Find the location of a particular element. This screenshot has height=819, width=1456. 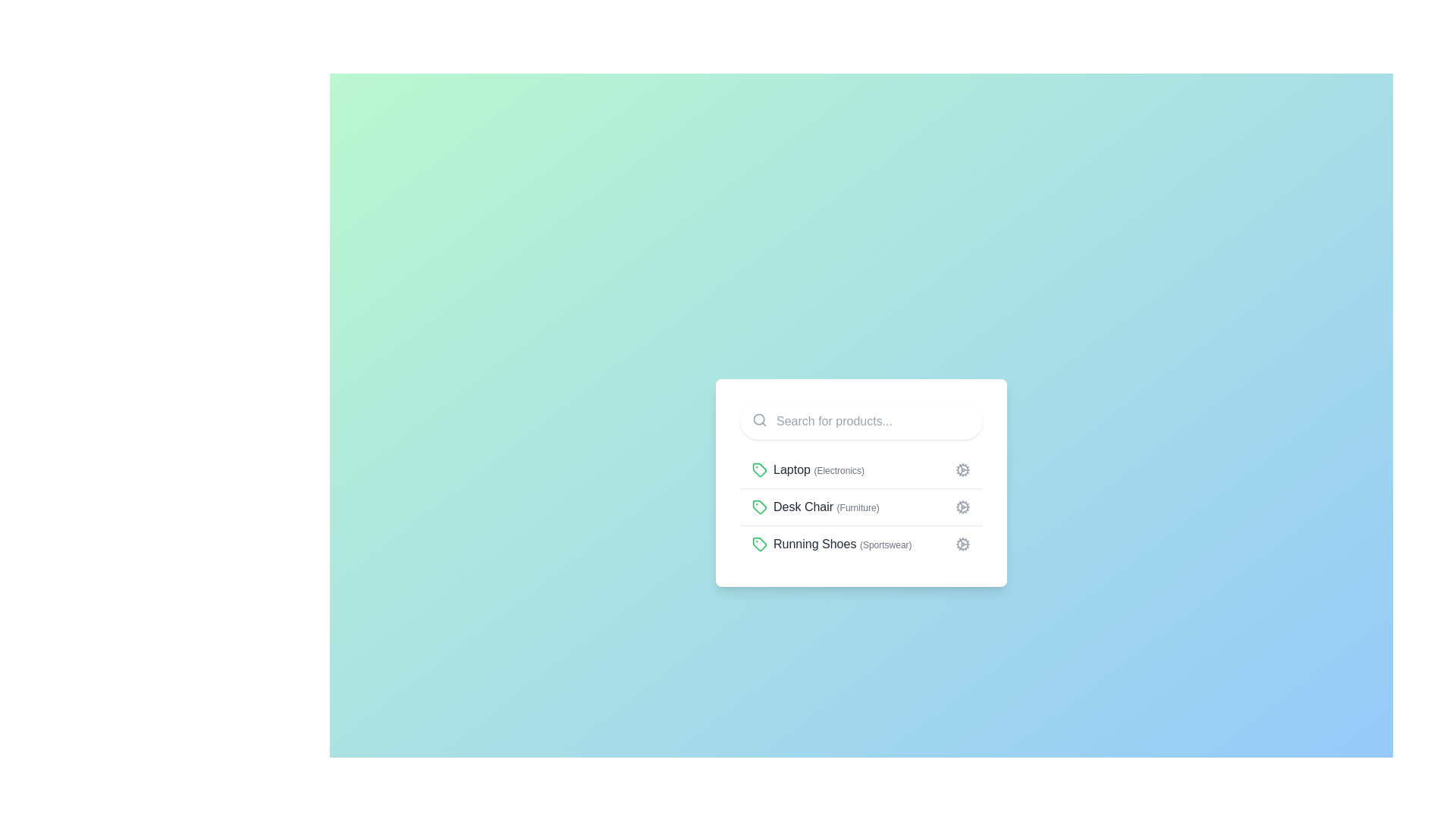

the third list item labeled 'Running Shoes' is located at coordinates (831, 543).